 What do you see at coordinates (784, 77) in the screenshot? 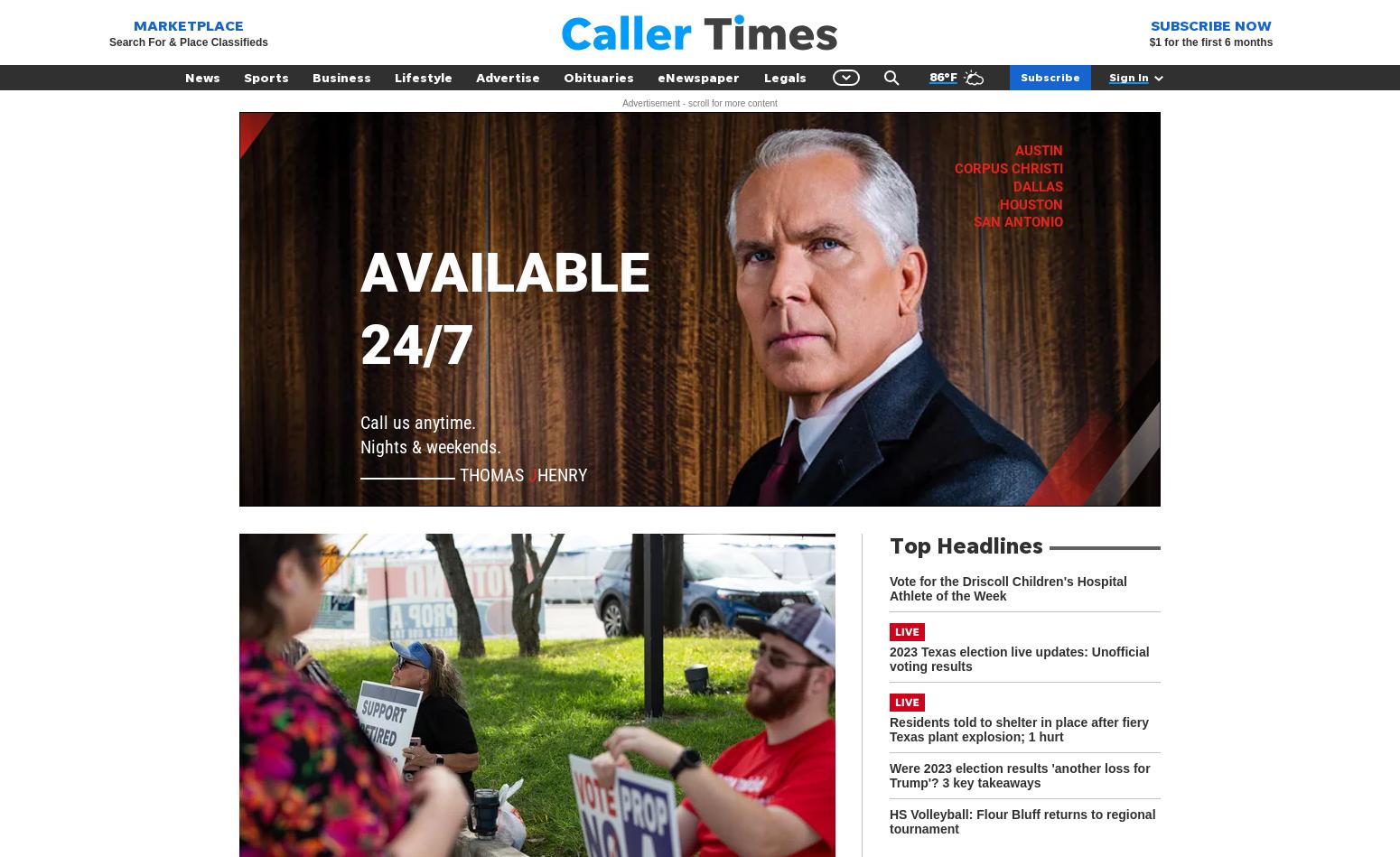
I see `'Legals'` at bounding box center [784, 77].